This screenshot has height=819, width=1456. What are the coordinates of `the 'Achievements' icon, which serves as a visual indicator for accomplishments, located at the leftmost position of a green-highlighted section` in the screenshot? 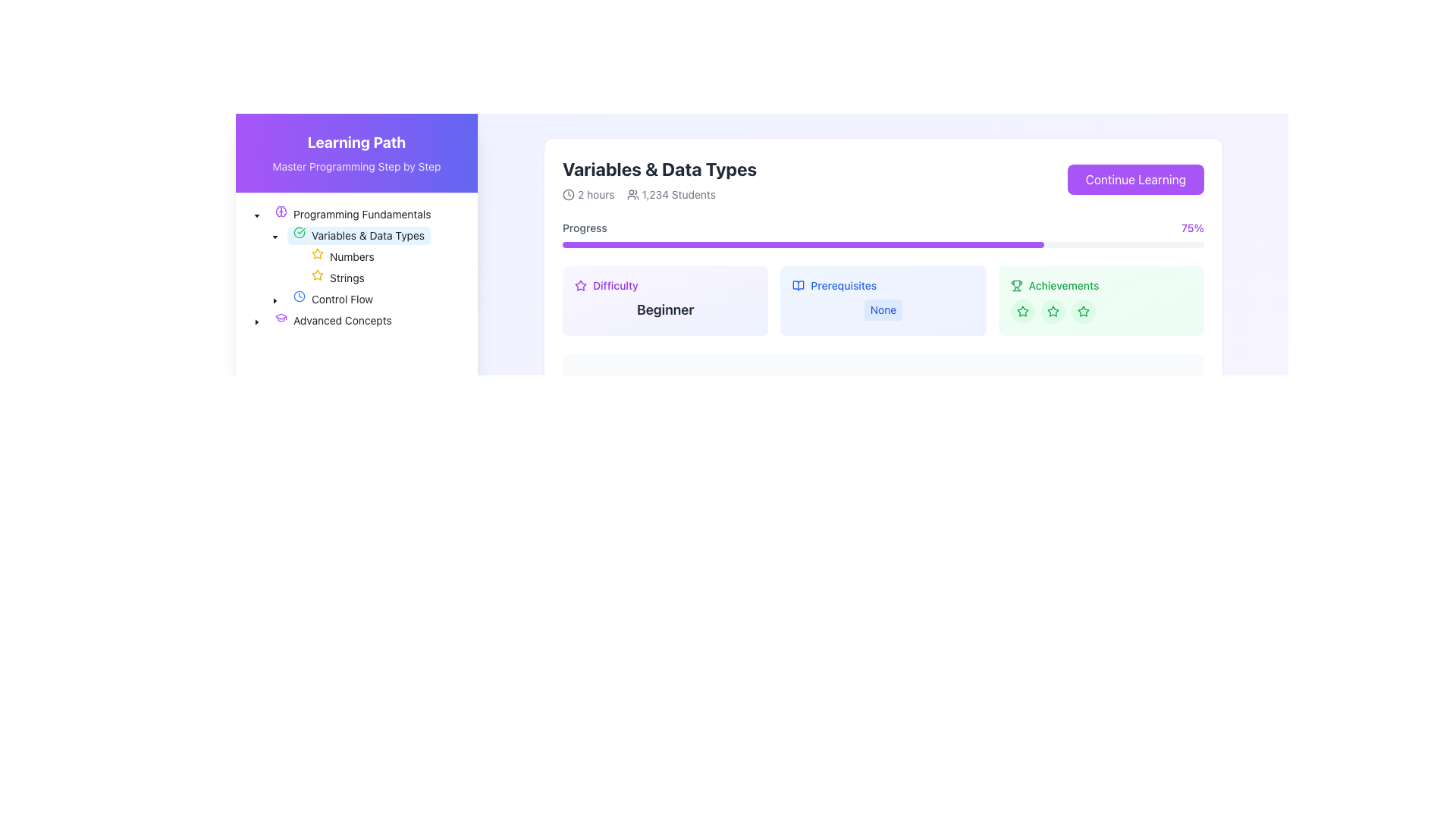 It's located at (1016, 286).